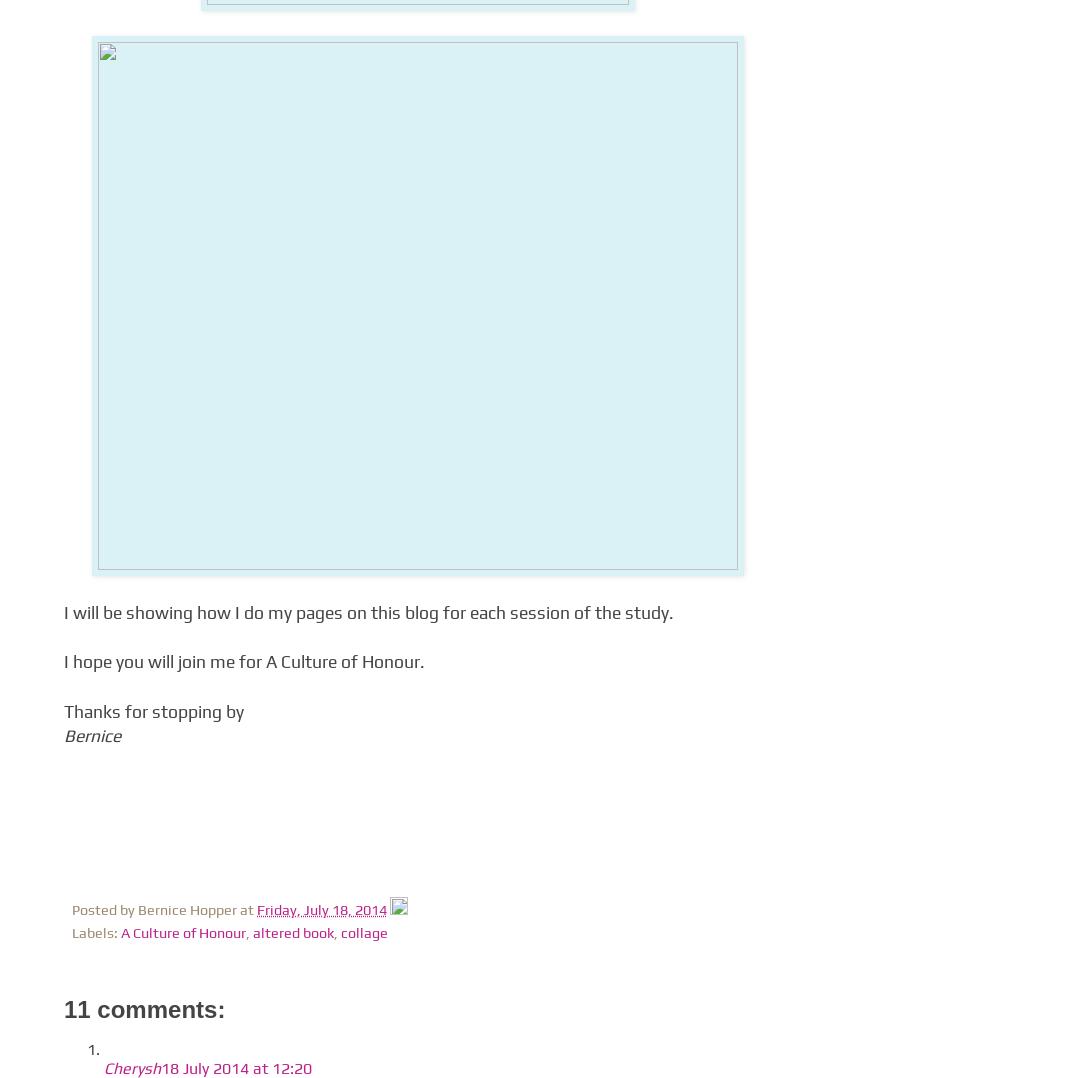  I want to click on '11 comments:', so click(63, 1008).